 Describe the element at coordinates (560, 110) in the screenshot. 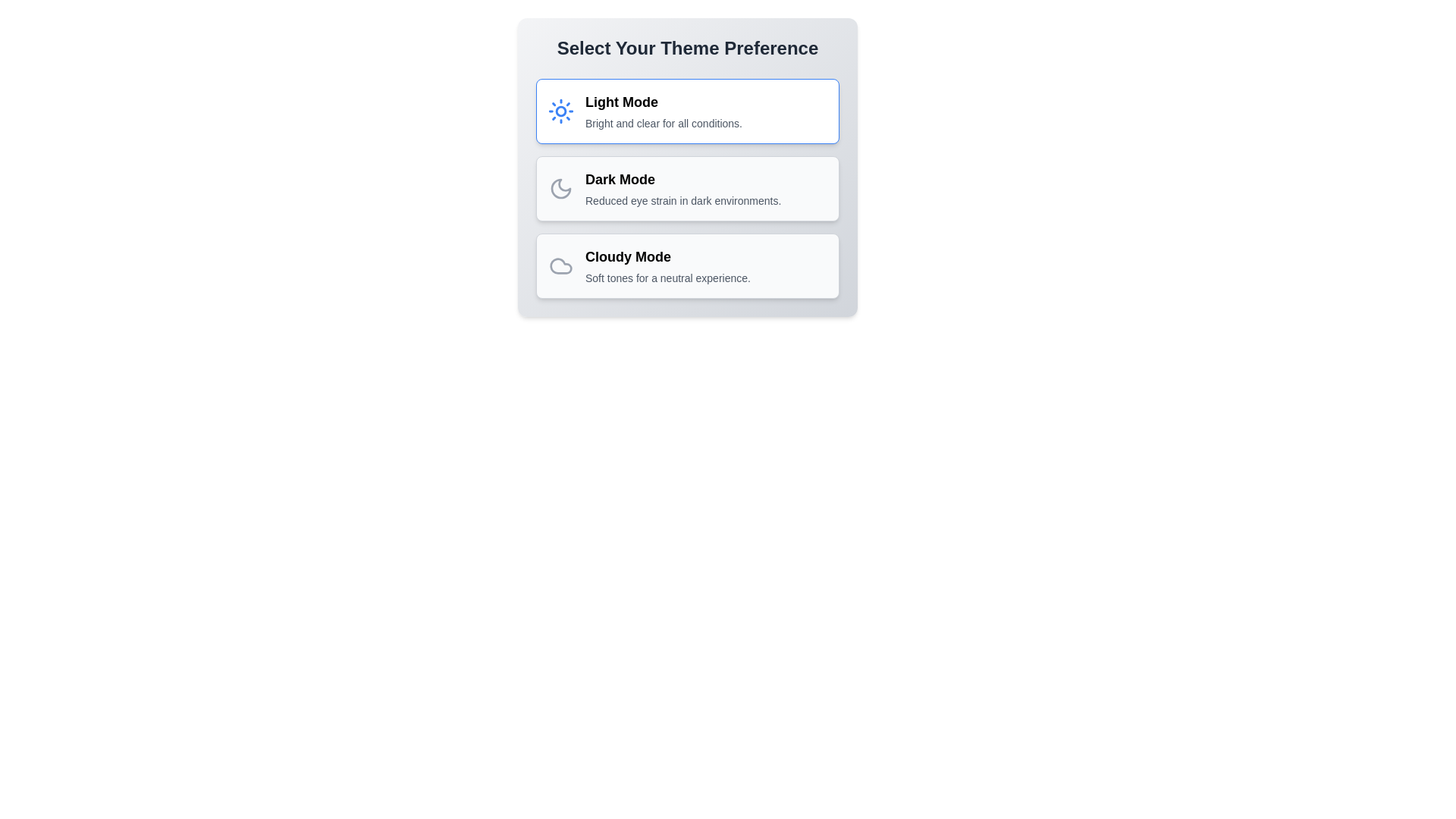

I see `the 'Light Mode' theme icon, which is located to the left of the text 'Light Mode' in the theme preferences list` at that location.